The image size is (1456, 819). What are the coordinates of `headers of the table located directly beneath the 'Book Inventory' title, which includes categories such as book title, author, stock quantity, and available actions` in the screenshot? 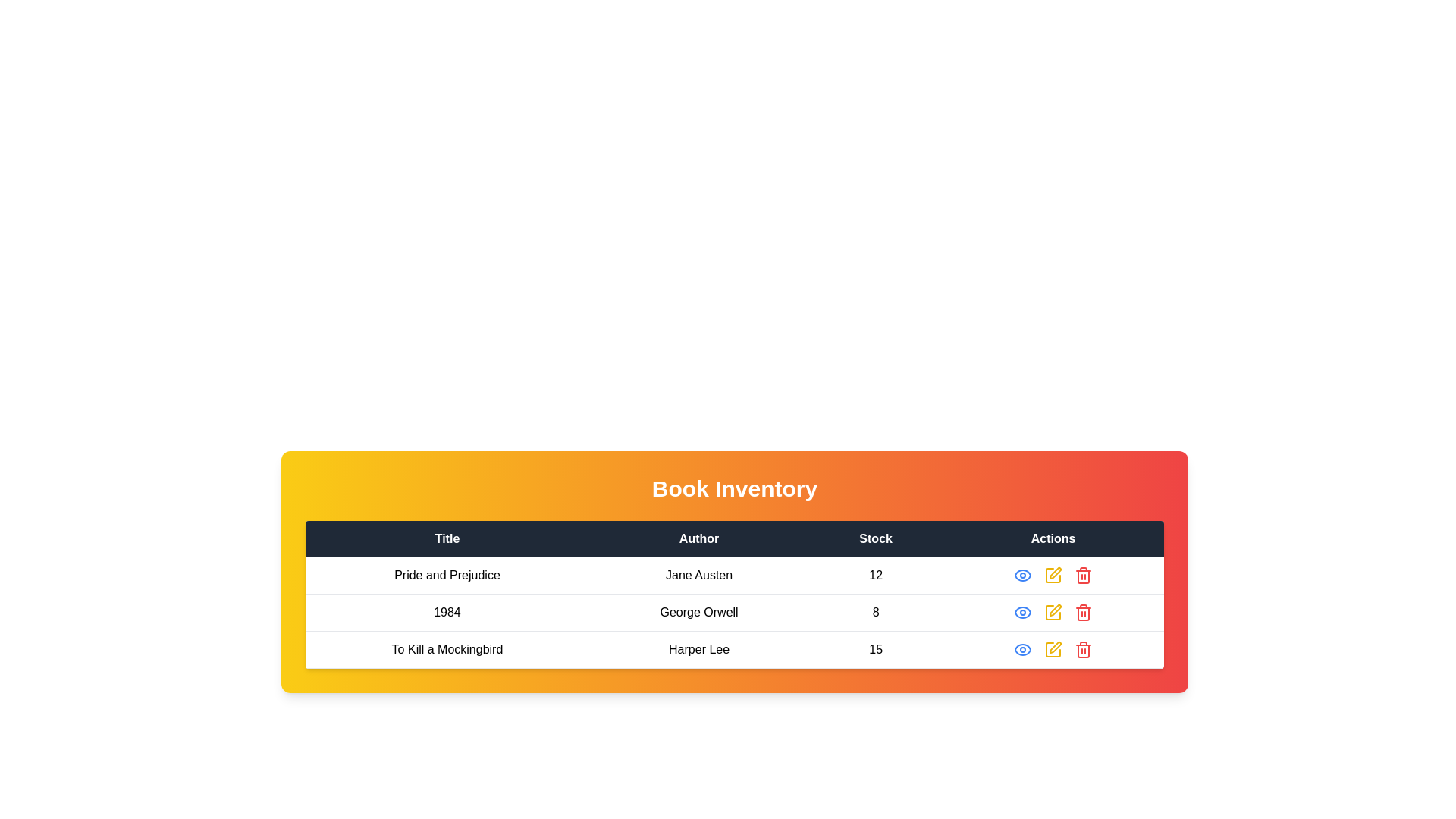 It's located at (735, 538).